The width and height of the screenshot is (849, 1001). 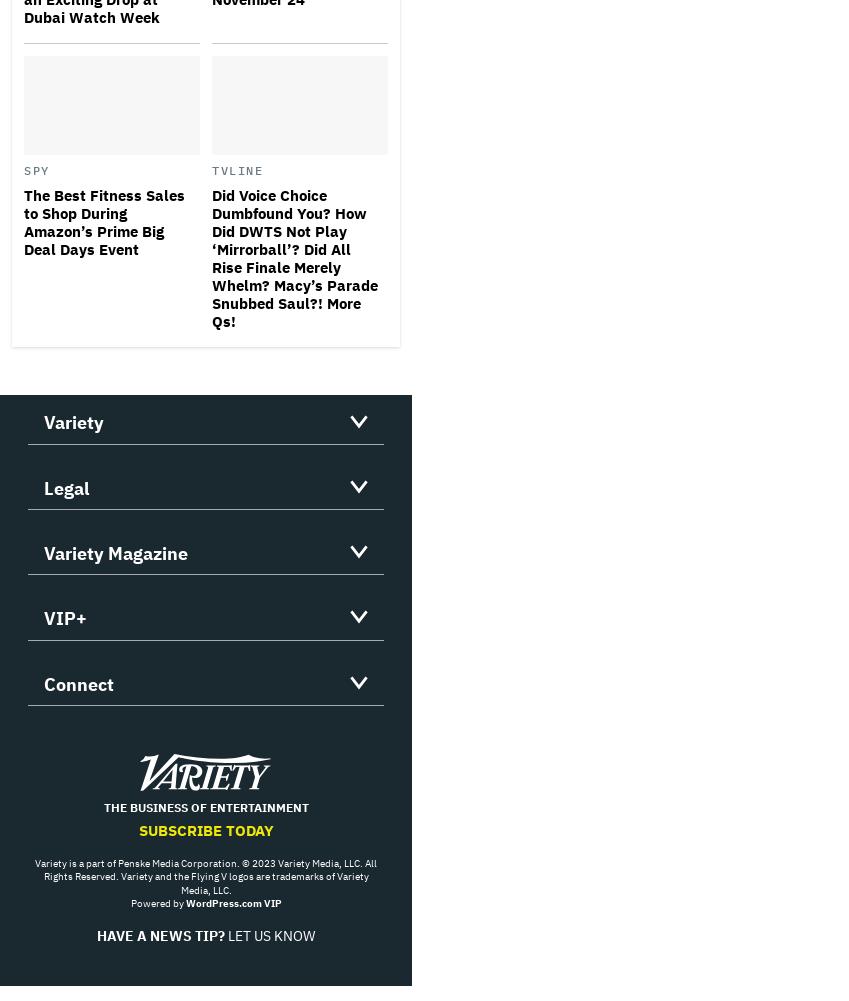 What do you see at coordinates (82, 809) in the screenshot?
I see `'Facebook'` at bounding box center [82, 809].